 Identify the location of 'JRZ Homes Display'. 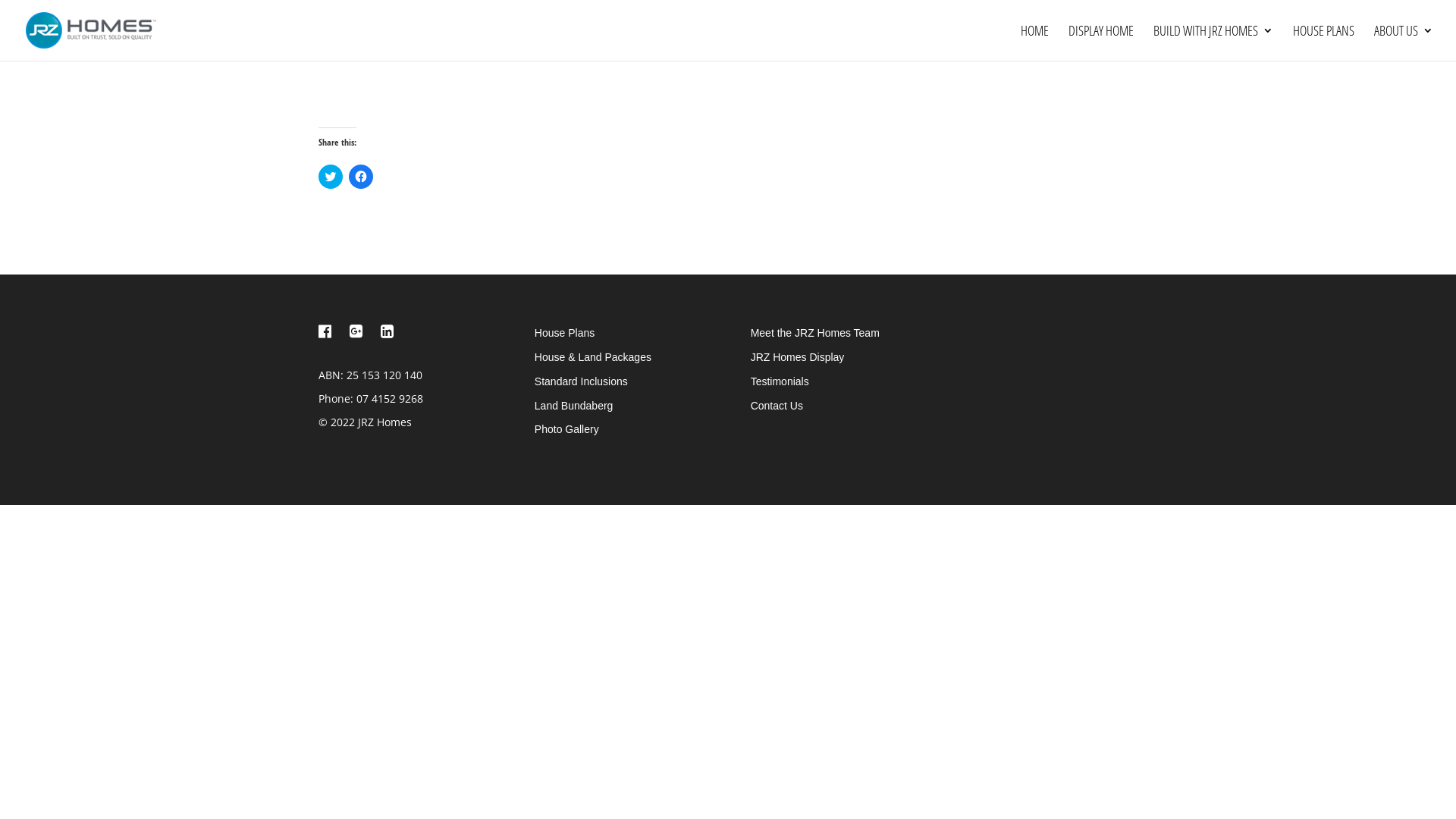
(796, 356).